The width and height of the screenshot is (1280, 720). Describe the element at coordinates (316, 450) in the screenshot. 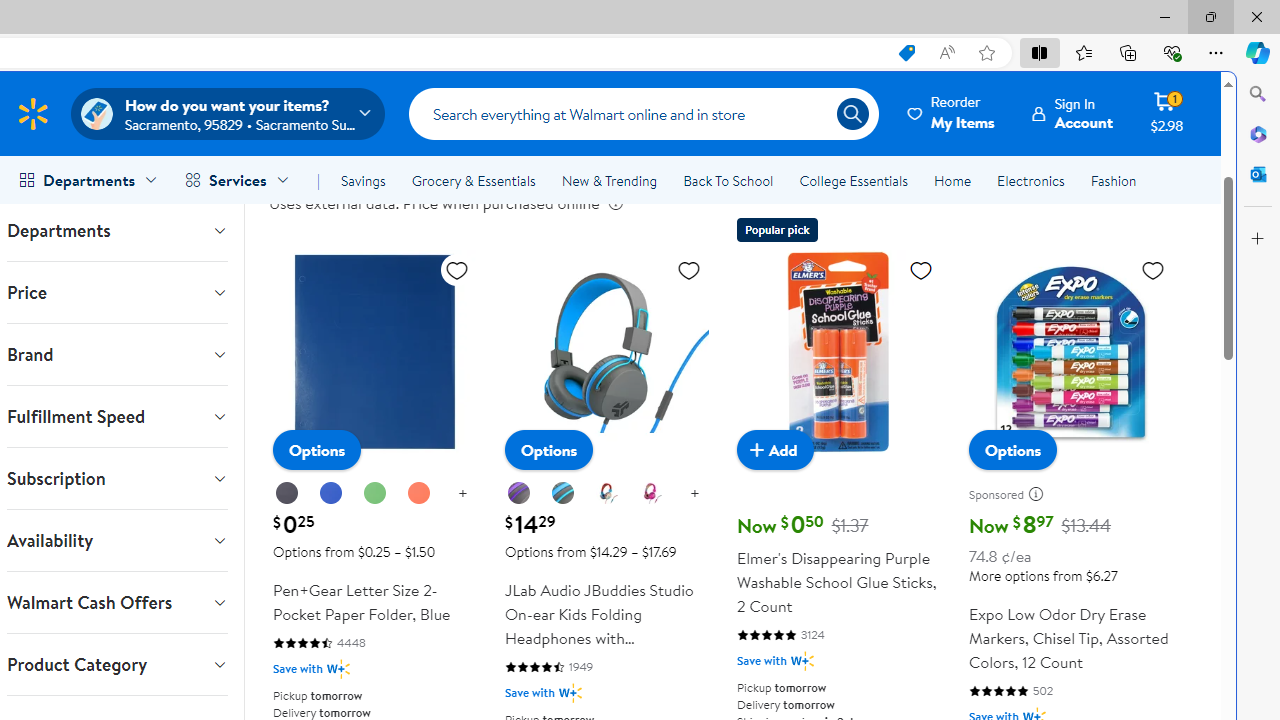

I see `'Options - Pen+Gear Letter Size 2-Pocket Paper Folder, Blue'` at that location.